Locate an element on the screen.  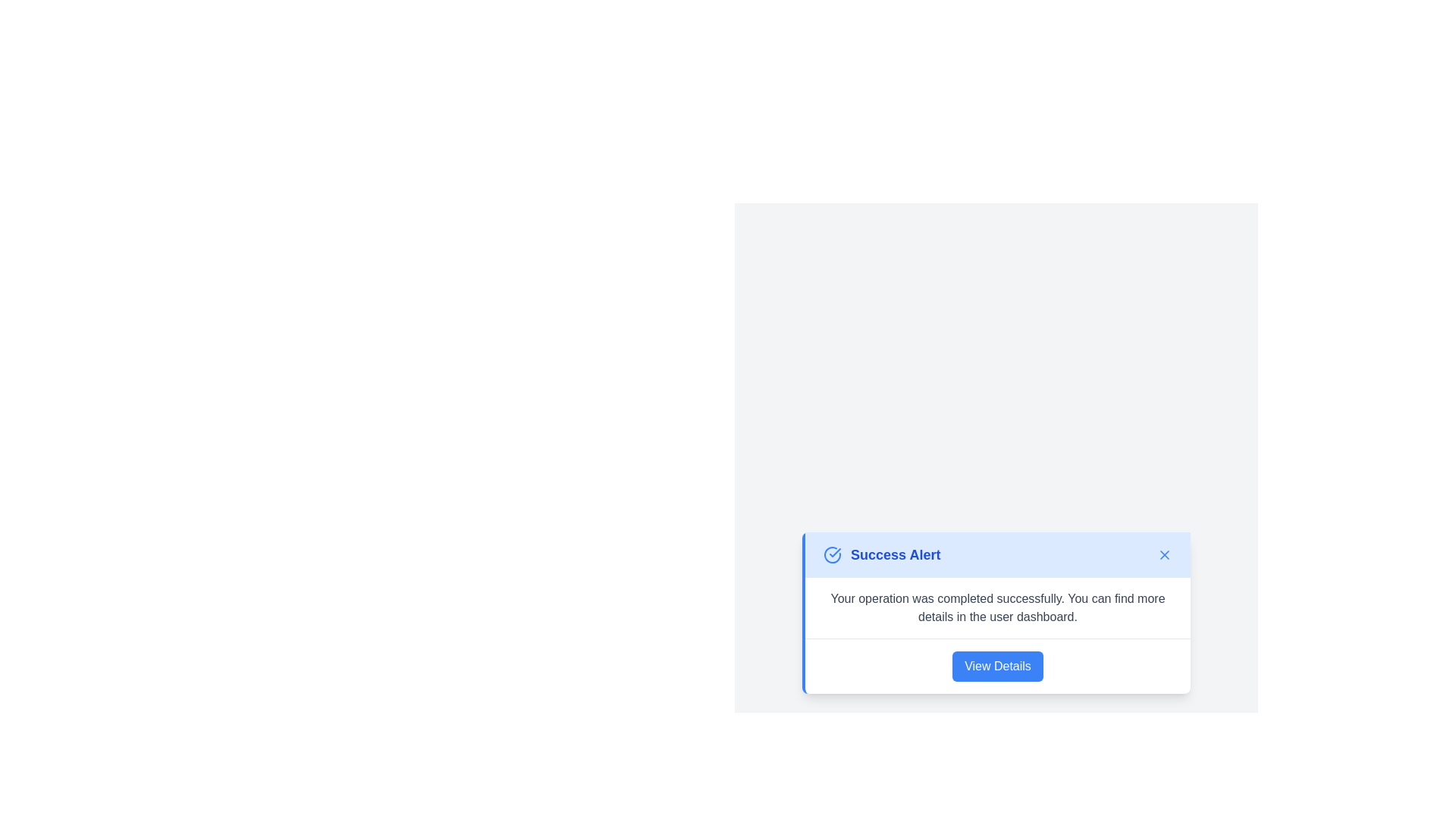
title of the Notification bar located at the top section of the card-shaped notification block, which indicates a successful operation is located at coordinates (997, 554).